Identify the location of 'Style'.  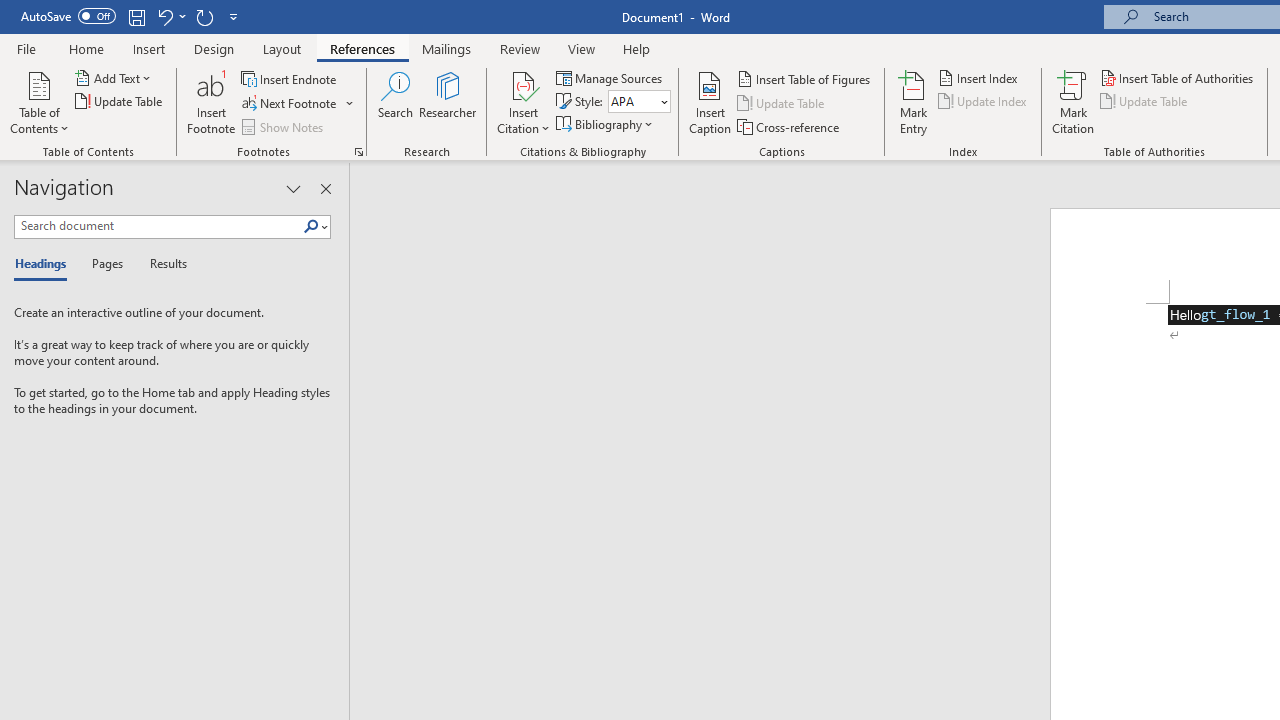
(638, 101).